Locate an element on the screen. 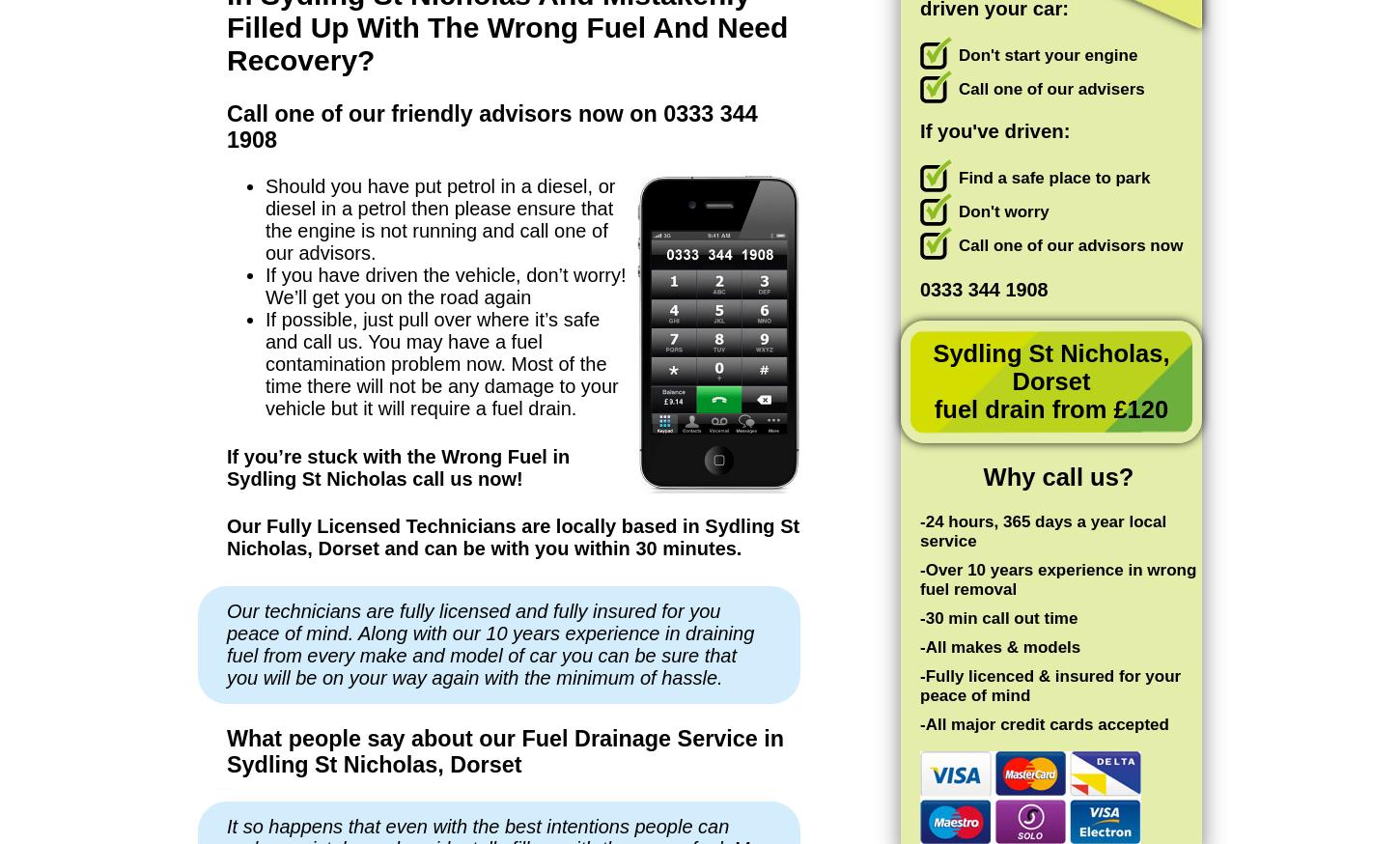 This screenshot has height=844, width=1400. 'If possible, just pull over where it’s safe and call us. You may have a fuel contamination problem now. Most of the time there will not be any damage to your vehicle but it will require a fuel drain.' is located at coordinates (440, 362).